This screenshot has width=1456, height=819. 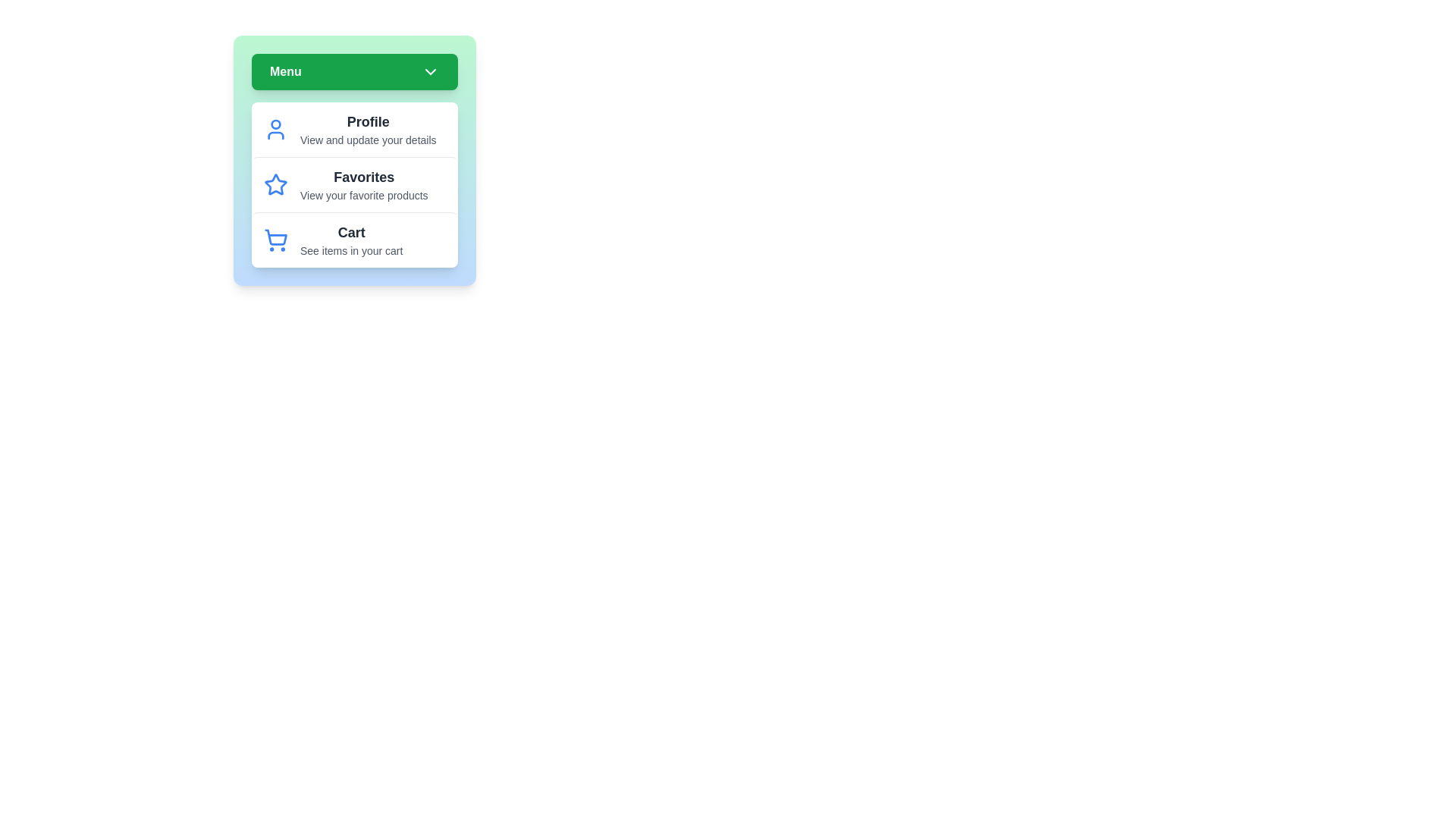 What do you see at coordinates (353, 239) in the screenshot?
I see `the 'Cart' option in the menu` at bounding box center [353, 239].